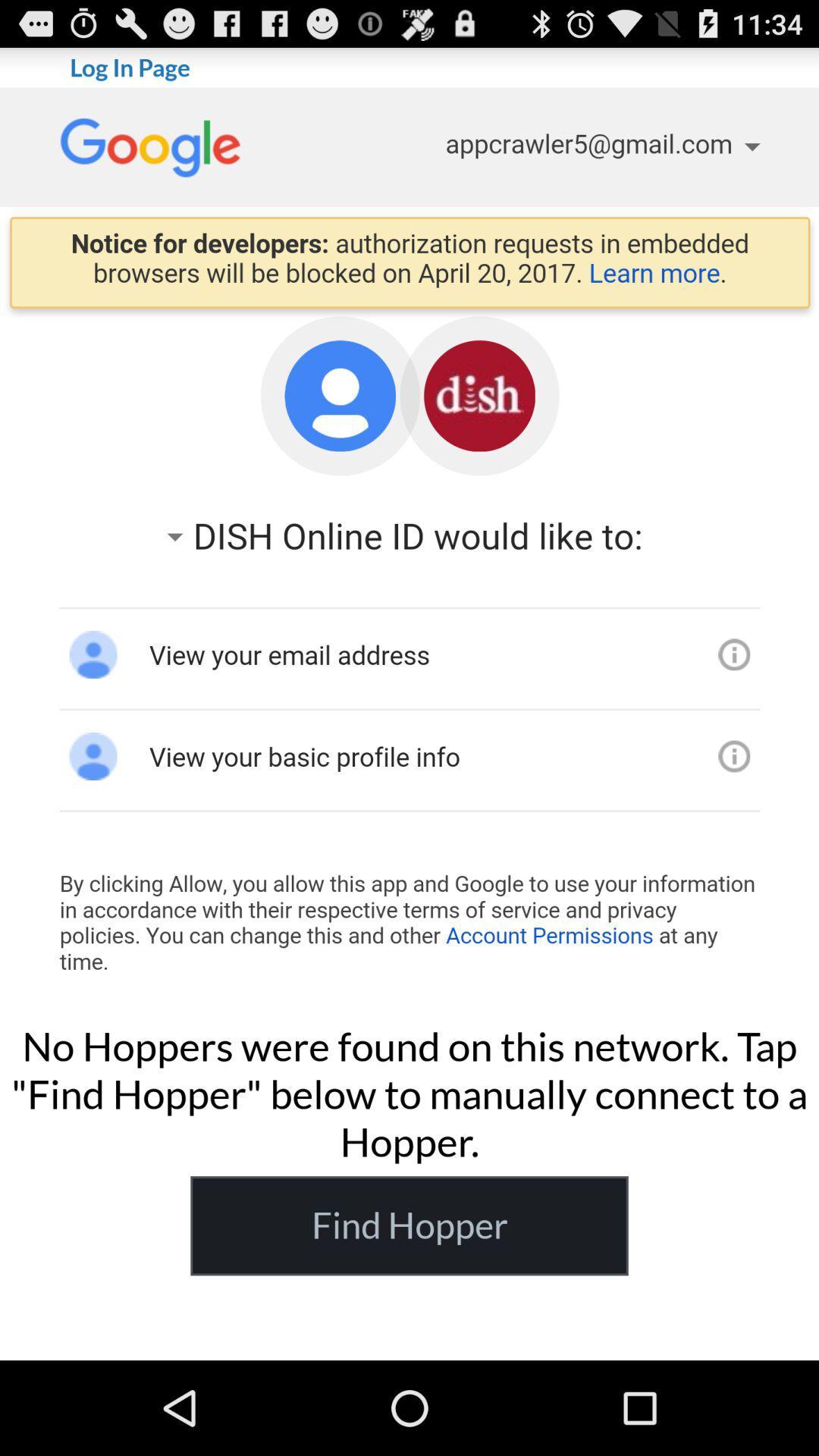 This screenshot has height=1456, width=819. Describe the element at coordinates (409, 547) in the screenshot. I see `log in page` at that location.